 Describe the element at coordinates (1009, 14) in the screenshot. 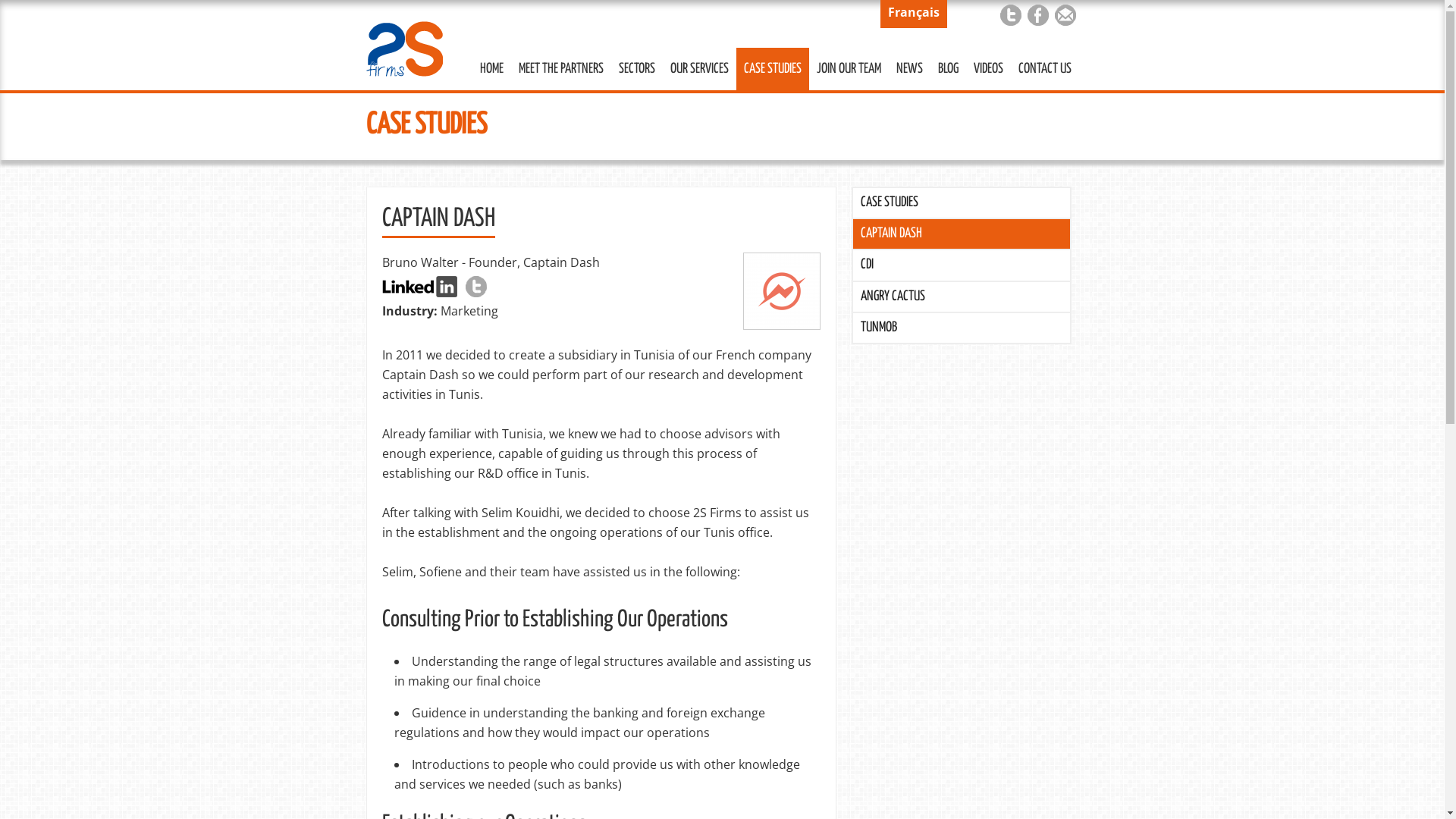

I see `'Twitter'` at that location.